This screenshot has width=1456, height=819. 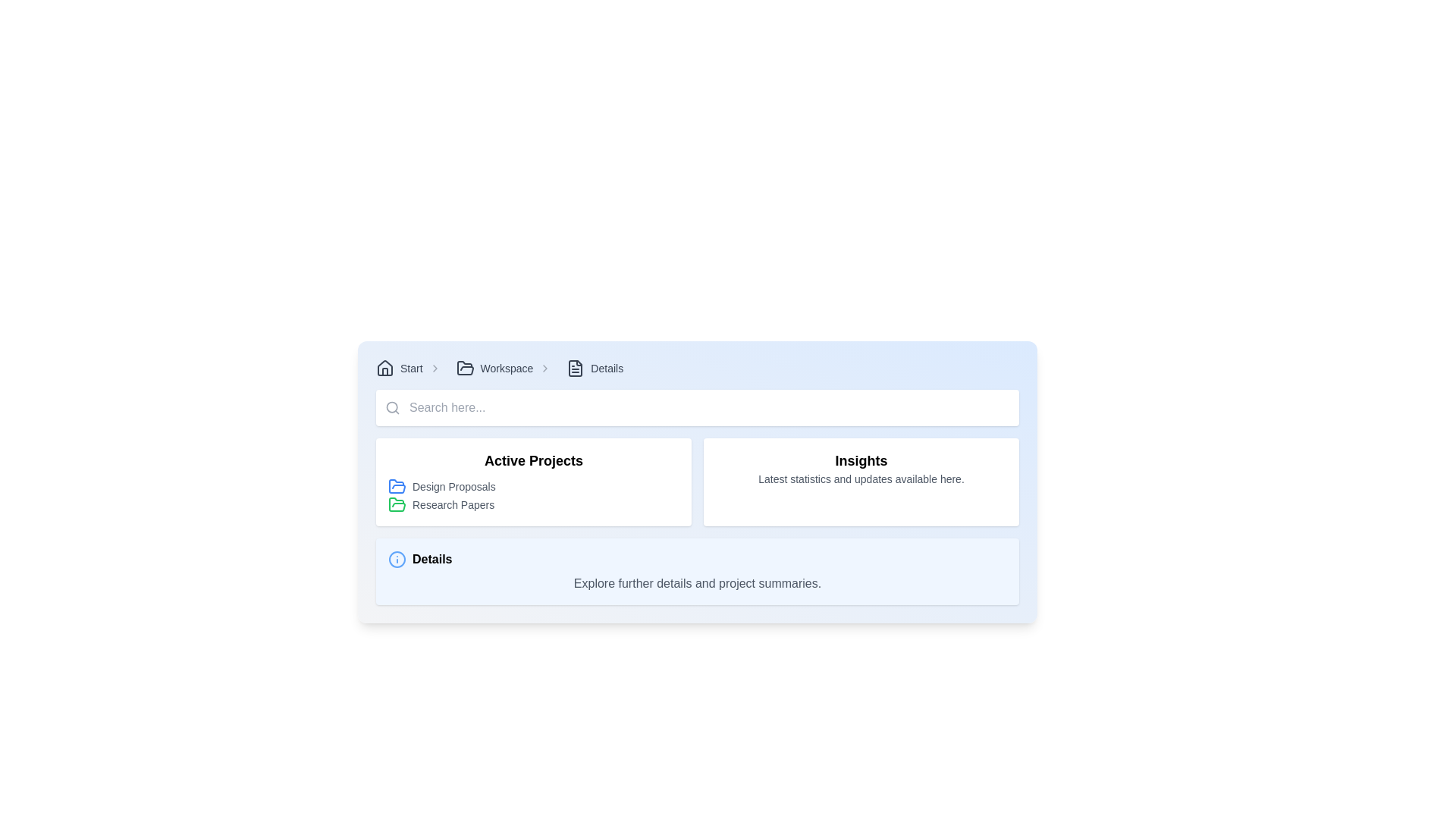 I want to click on the green open folder icon located next to the 'Design Proposals' label in the 'Active Projects' section, so click(x=397, y=504).